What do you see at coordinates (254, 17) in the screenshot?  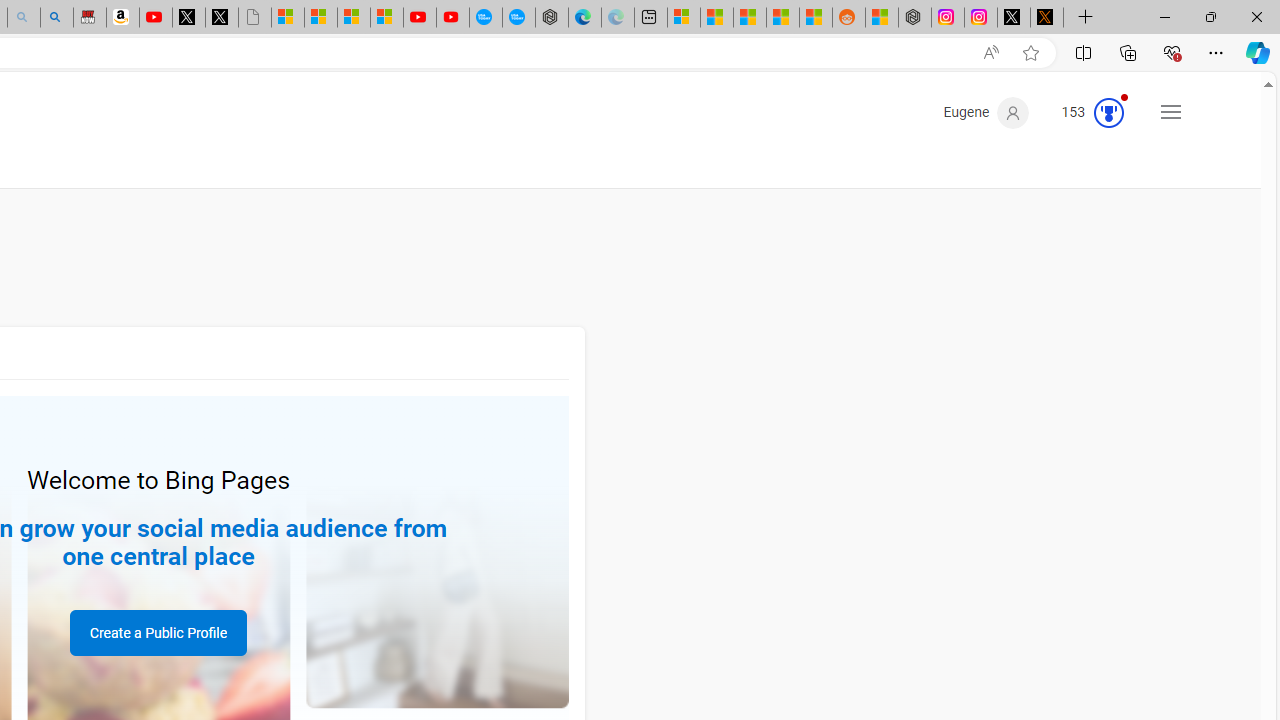 I see `'Untitled'` at bounding box center [254, 17].